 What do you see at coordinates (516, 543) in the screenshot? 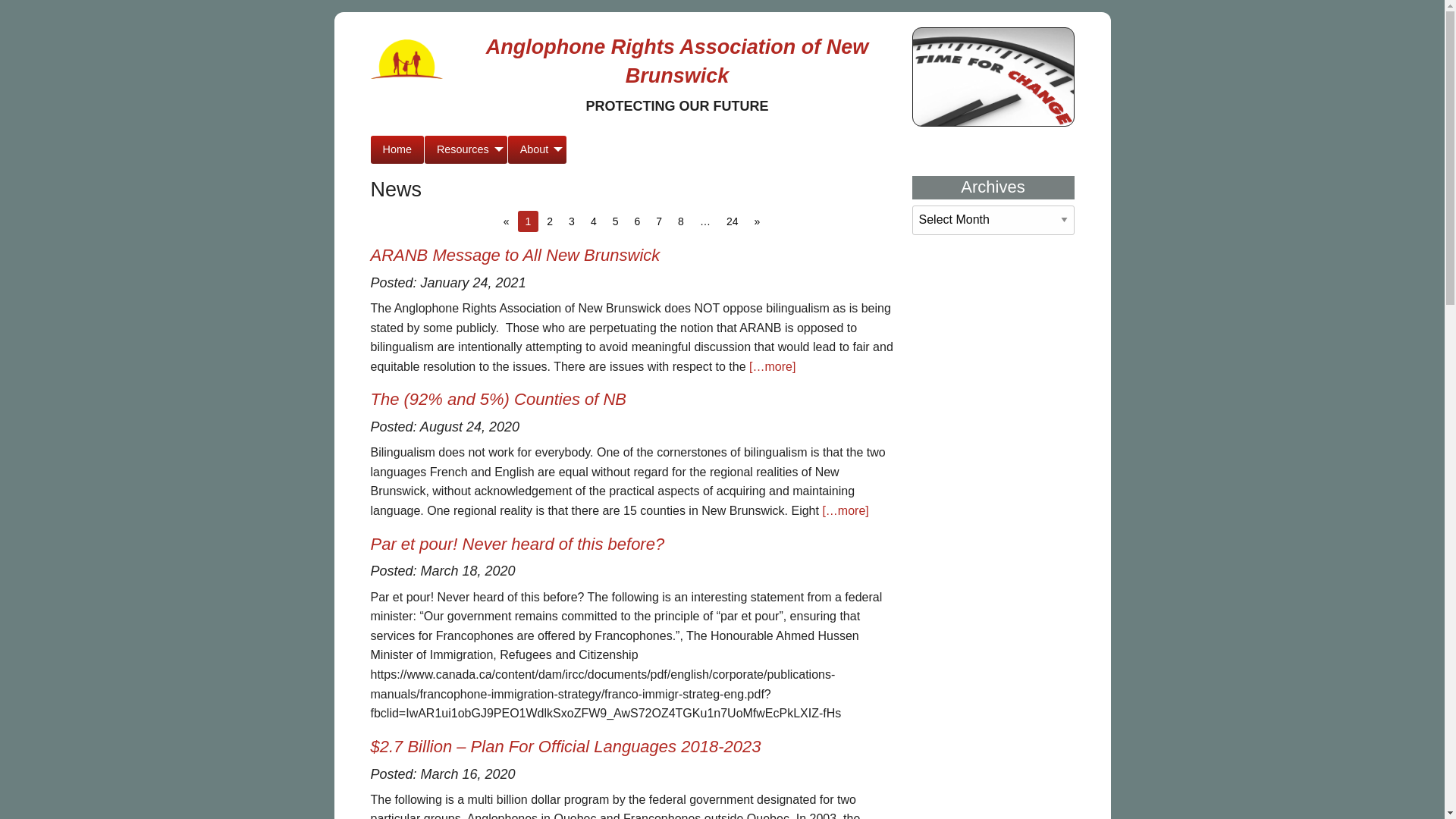
I see `'Par et pour! Never heard of this before?'` at bounding box center [516, 543].